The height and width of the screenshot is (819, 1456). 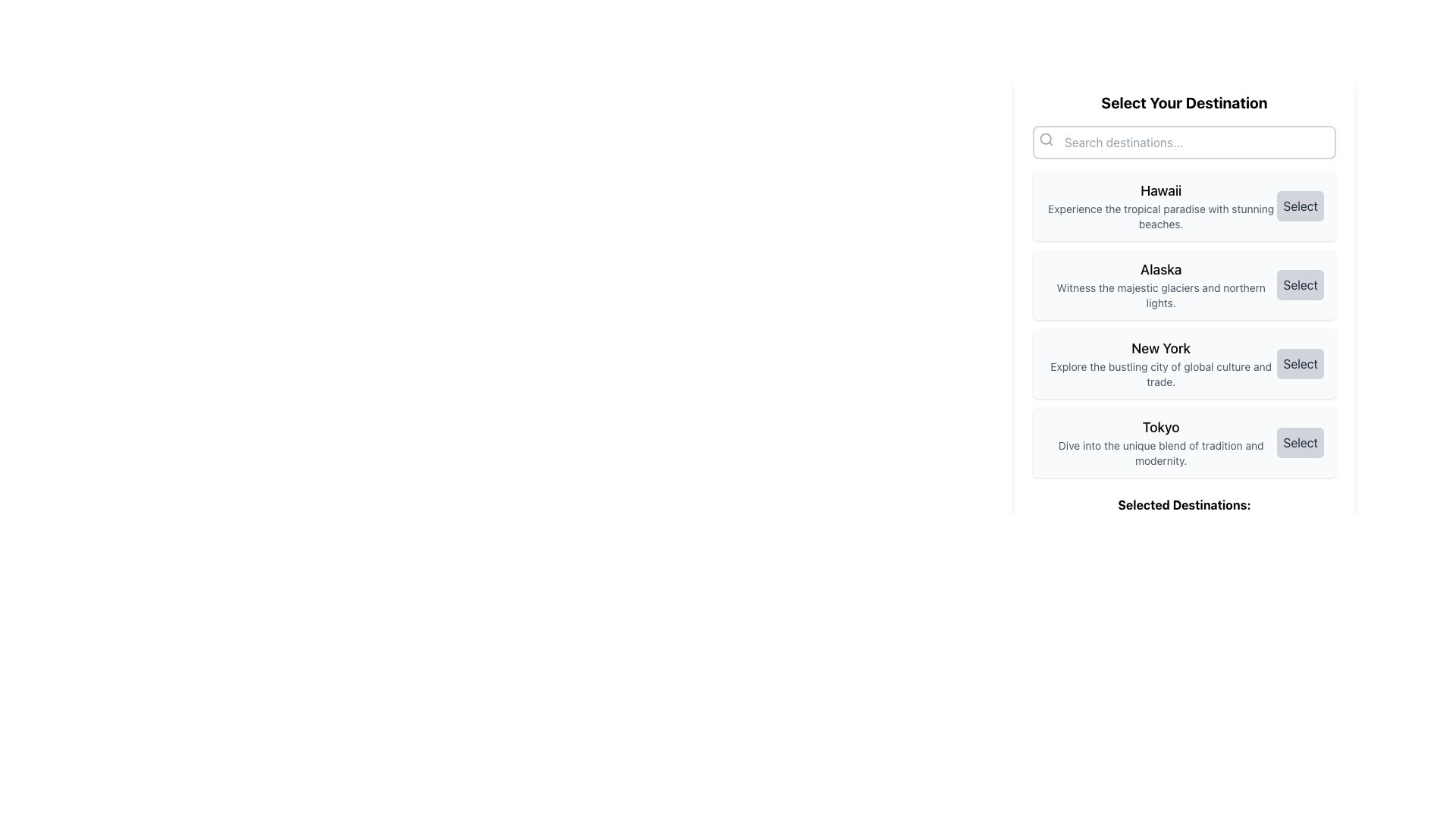 What do you see at coordinates (1160, 452) in the screenshot?
I see `the text label displaying 'Dive into the unique blend of tradition and modernity.' positioned beneath the title 'Tokyo'` at bounding box center [1160, 452].